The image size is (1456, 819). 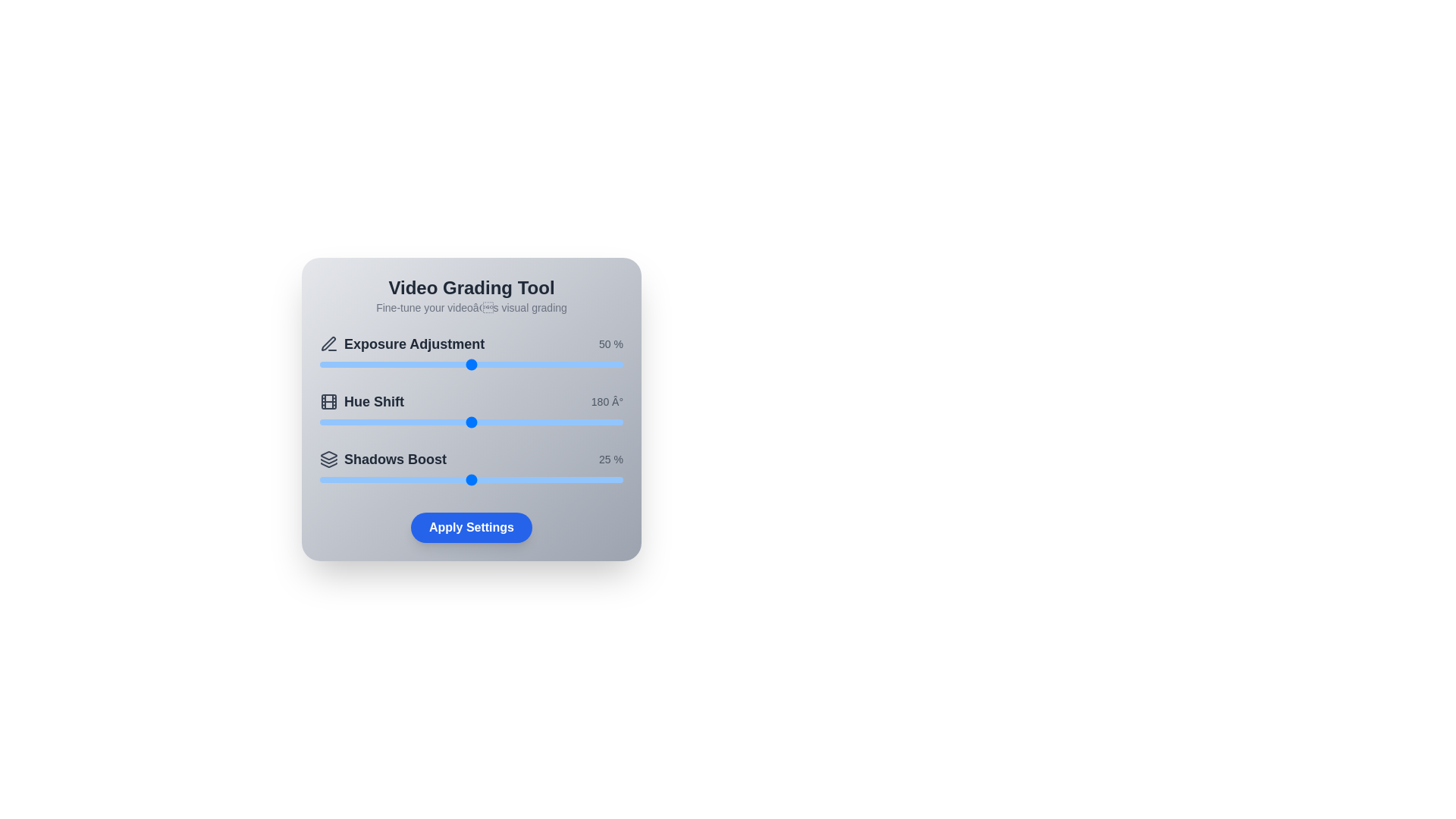 What do you see at coordinates (328, 344) in the screenshot?
I see `the design of the vector graphic icon resembling a pen tip, which has a grey outline and is located in the toolbar section of the interface` at bounding box center [328, 344].